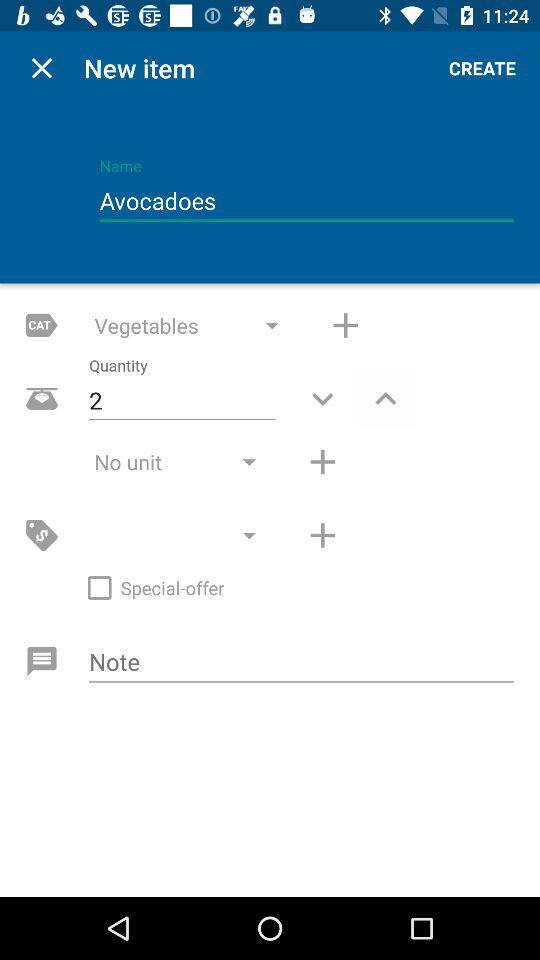  Describe the element at coordinates (322, 462) in the screenshot. I see `number increasing` at that location.